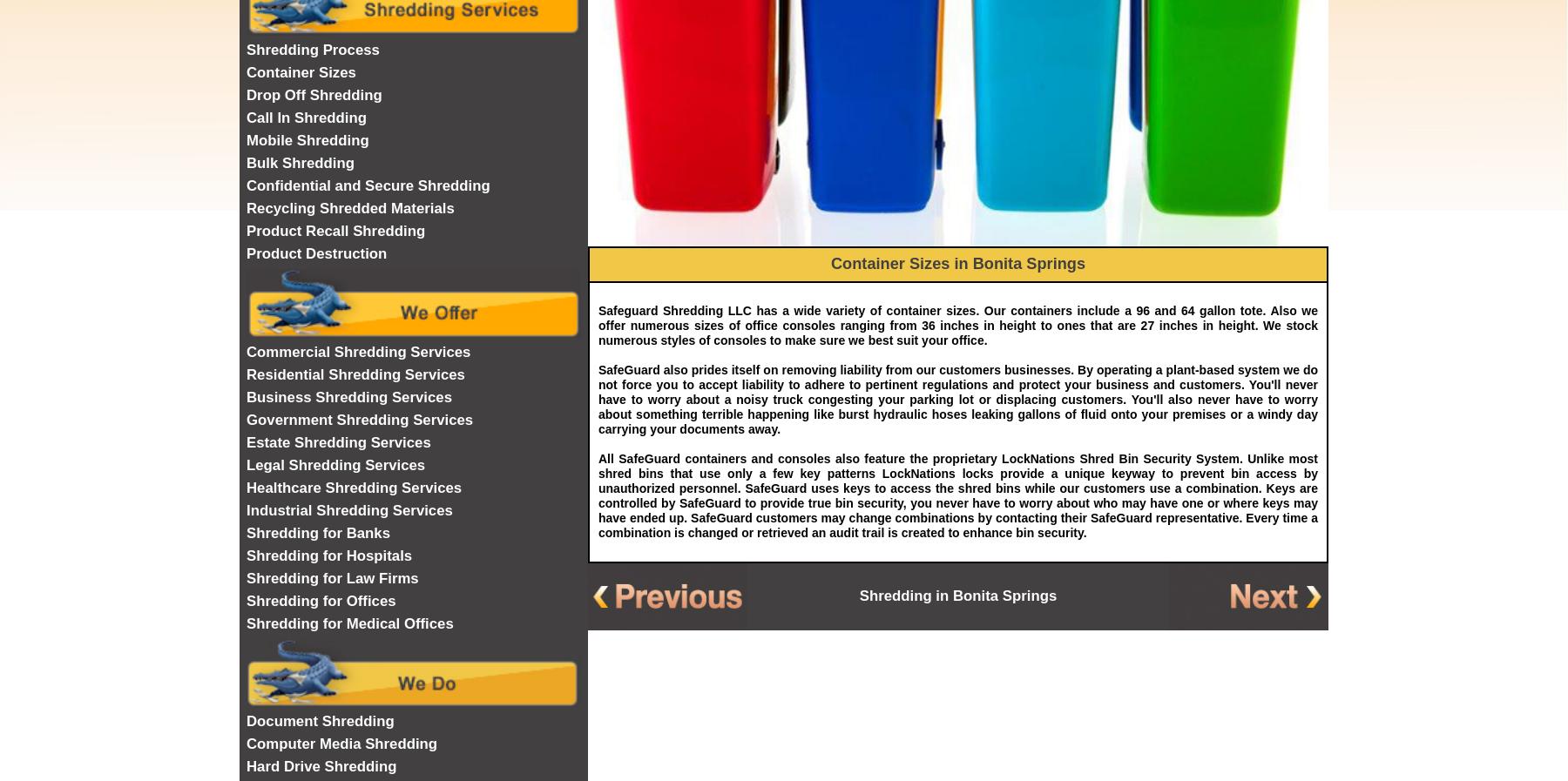  I want to click on 'Shredding in Bonita Springs', so click(957, 596).